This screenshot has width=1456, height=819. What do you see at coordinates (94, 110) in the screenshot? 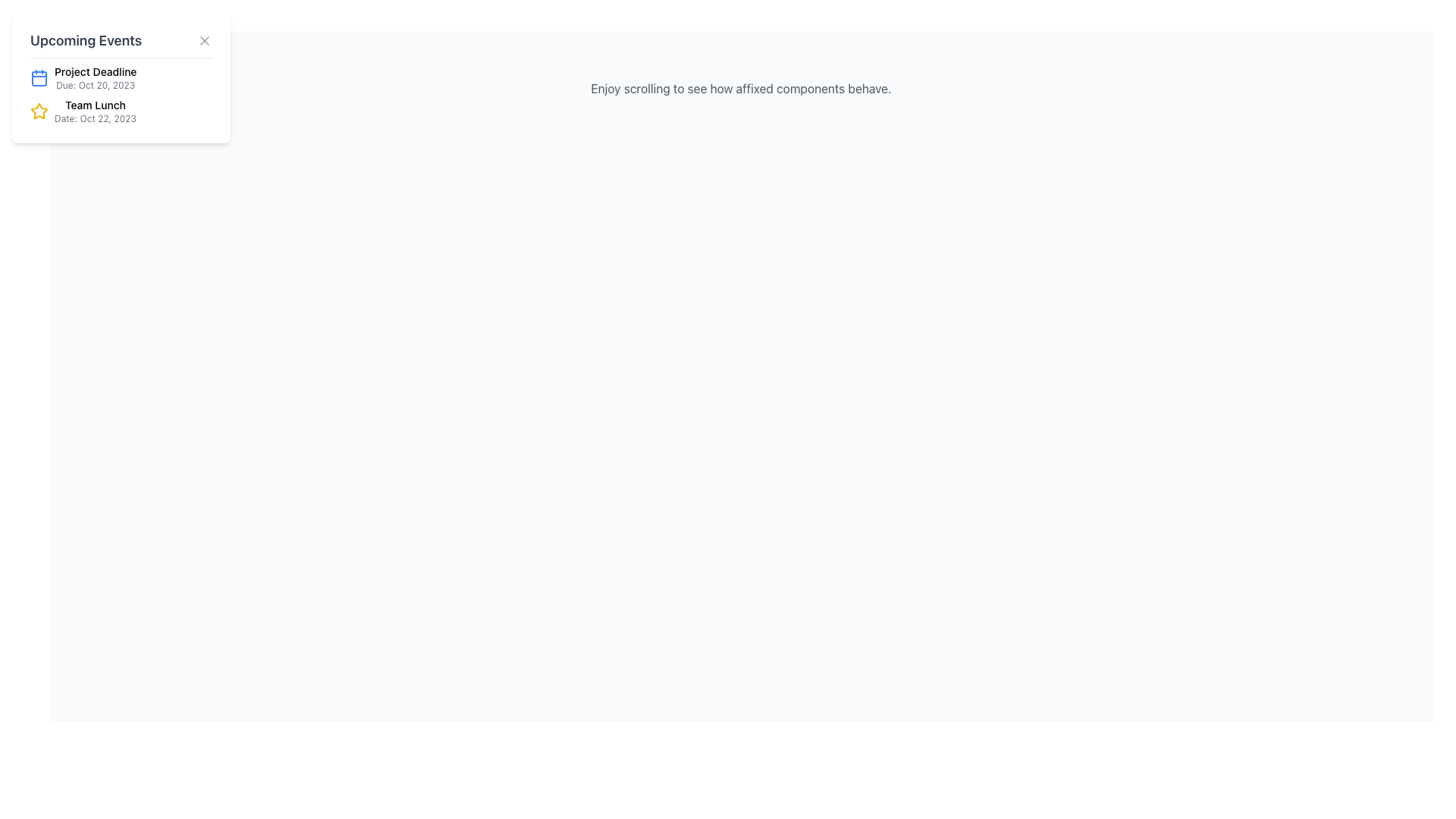
I see `textual information from the 'Team Lunch' event display, which consists of two lines: 'Team Lunch' in medium font weight and 'Date: Oct 22, 2023' in smaller gray font, located under the 'Upcoming Events' section` at bounding box center [94, 110].